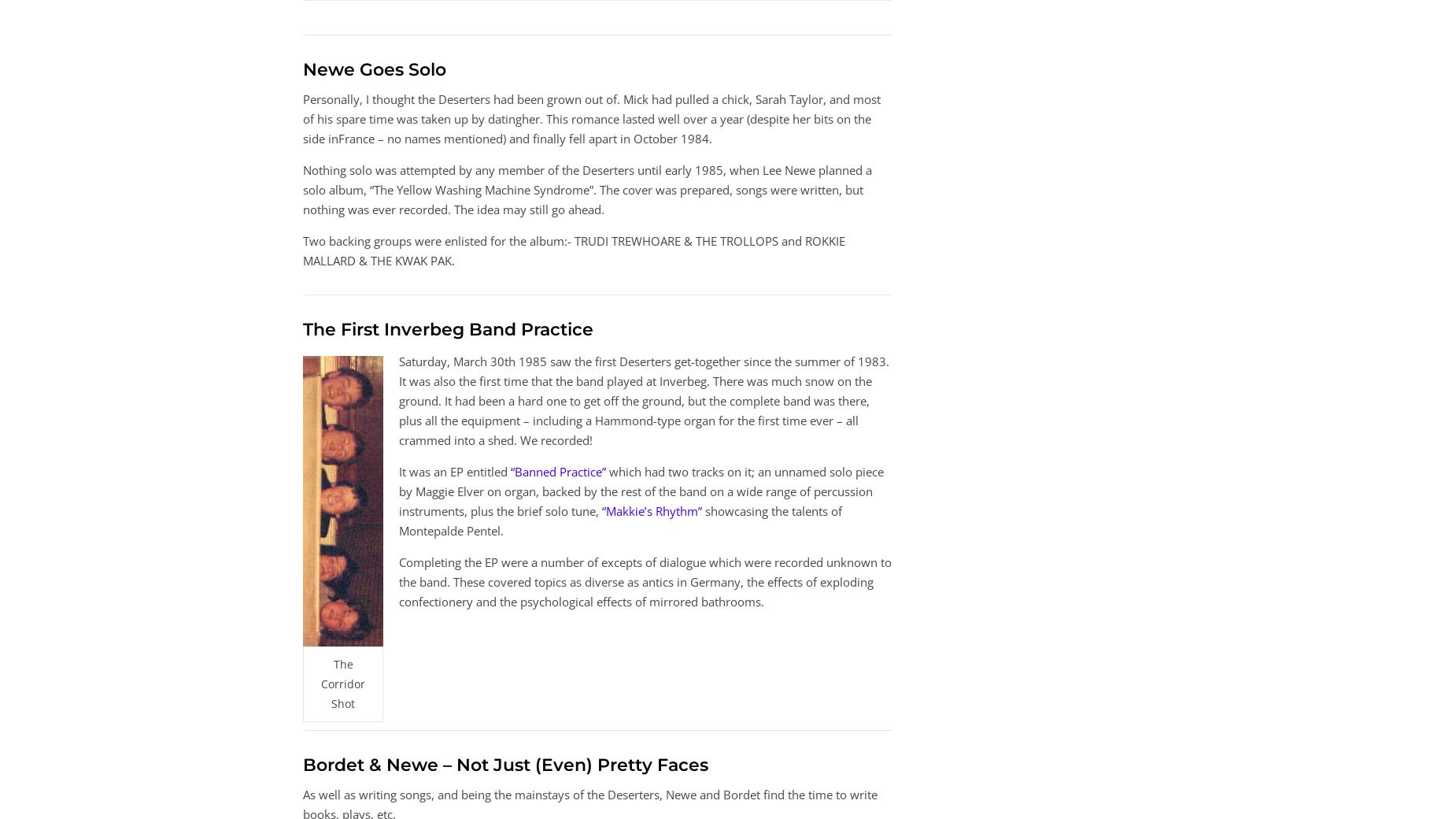 The image size is (1456, 819). Describe the element at coordinates (592, 117) in the screenshot. I see `'Personally, I thought the Deserters had been grown out of. Mick had pulled a chick, Sarah Taylor, and most of his spare time was taken up by datingher. This romance lasted well over a year (despite her bits on the side inFrance – no names mentioned) and finally fell apart in October 1984.'` at that location.